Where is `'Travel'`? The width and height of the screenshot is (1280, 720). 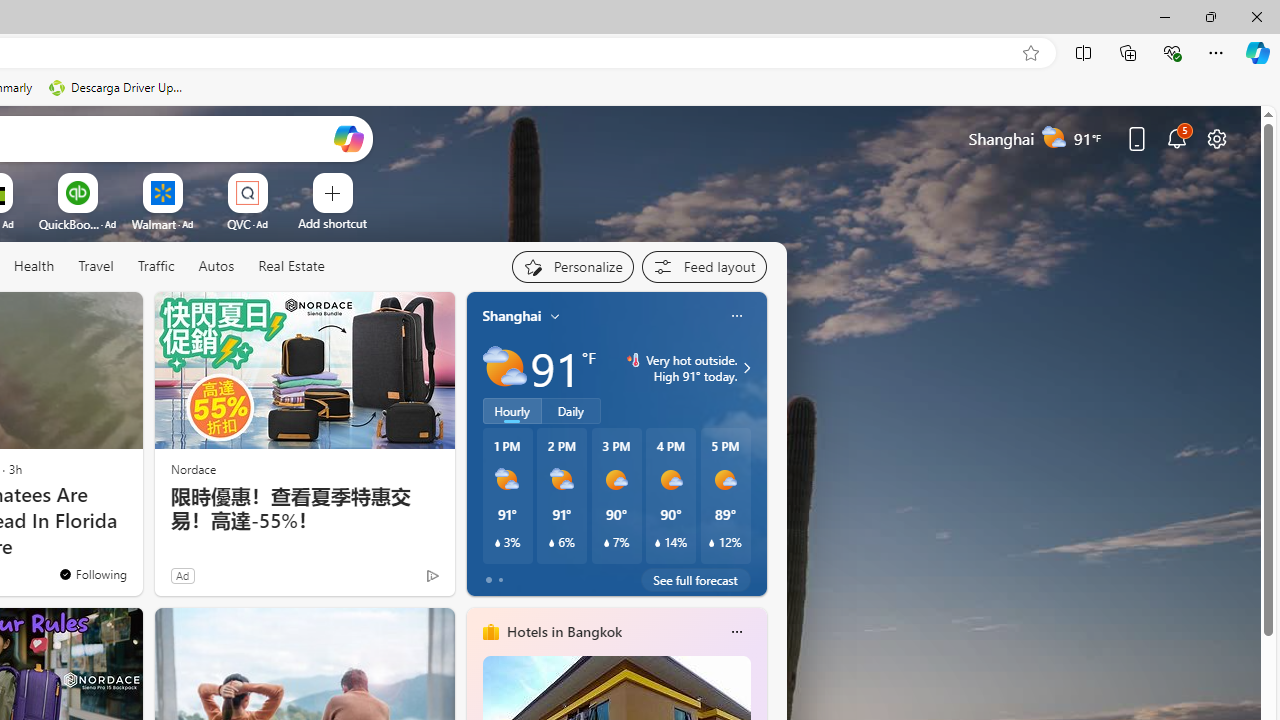 'Travel' is located at coordinates (95, 266).